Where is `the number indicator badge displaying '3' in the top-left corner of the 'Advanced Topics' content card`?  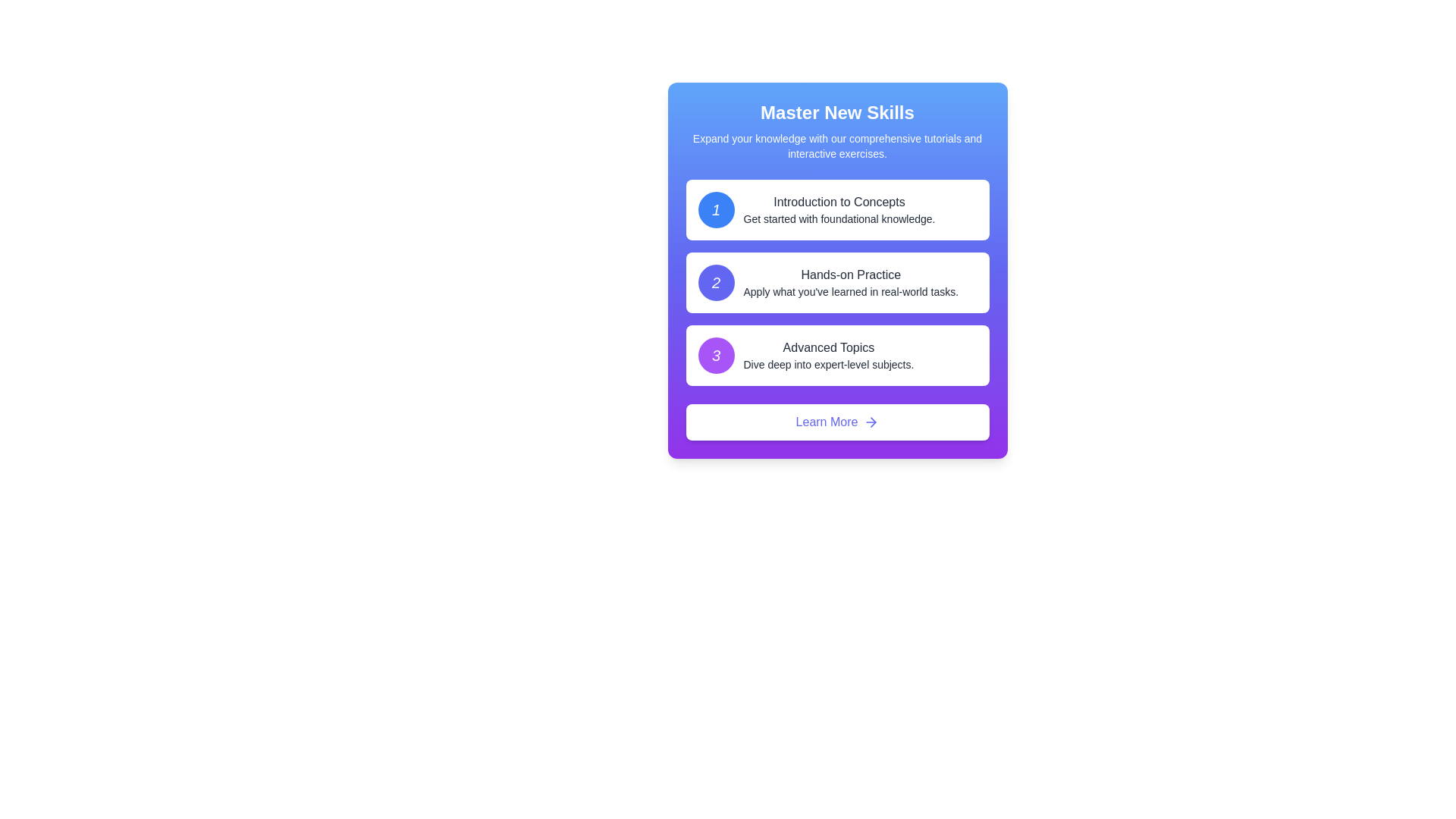 the number indicator badge displaying '3' in the top-left corner of the 'Advanced Topics' content card is located at coordinates (715, 356).